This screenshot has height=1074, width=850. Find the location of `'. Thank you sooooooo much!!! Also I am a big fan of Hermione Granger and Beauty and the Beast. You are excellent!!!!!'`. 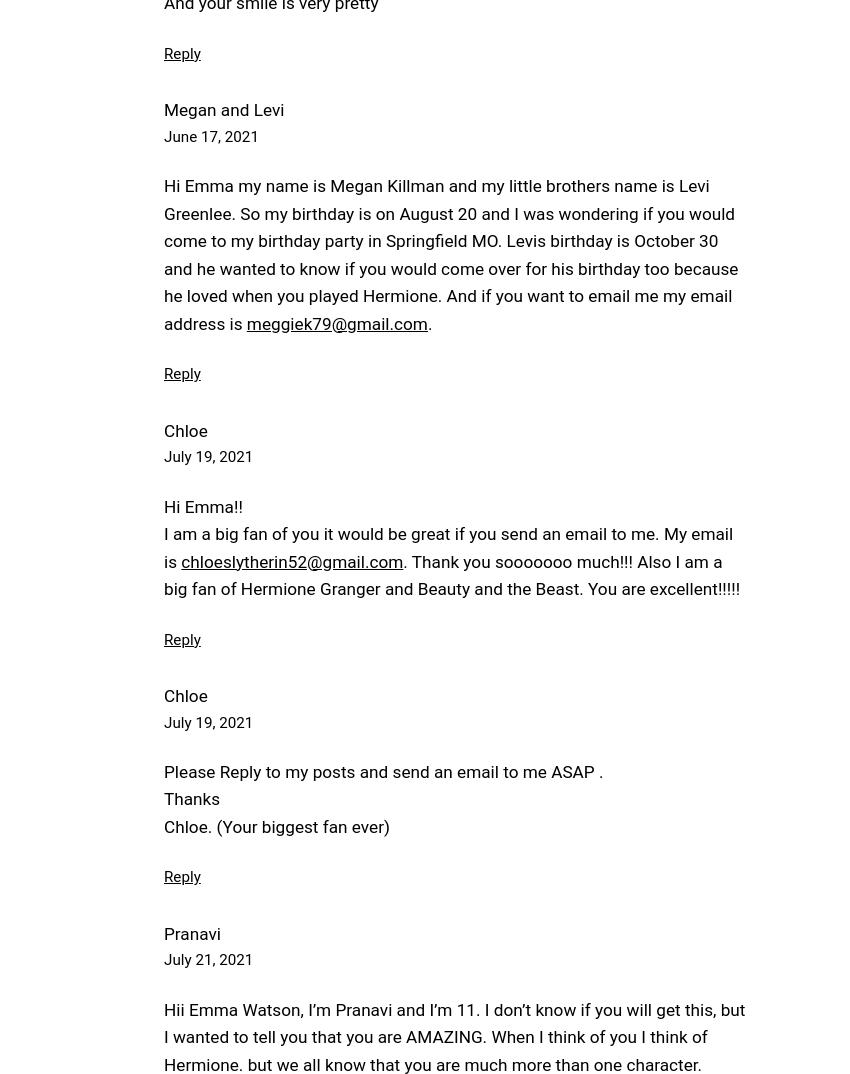

'. Thank you sooooooo much!!! Also I am a big fan of Hermione Granger and Beauty and the Beast. You are excellent!!!!!' is located at coordinates (163, 574).